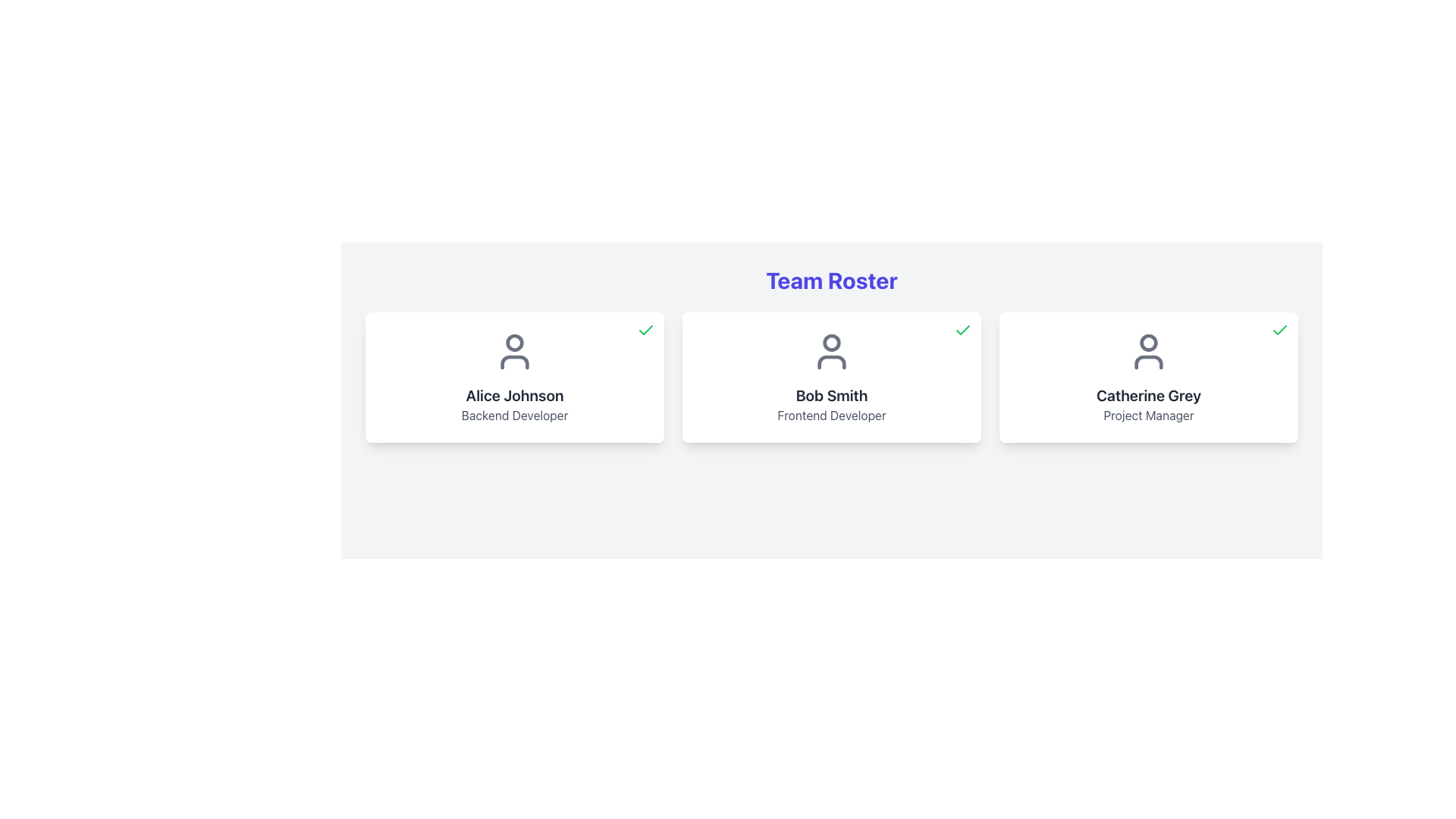 The image size is (1456, 819). Describe the element at coordinates (1149, 415) in the screenshot. I see `the text label displaying the role 'Project Manager' associated with 'Catherine Grey', located within her card, positioned directly below her name` at that location.